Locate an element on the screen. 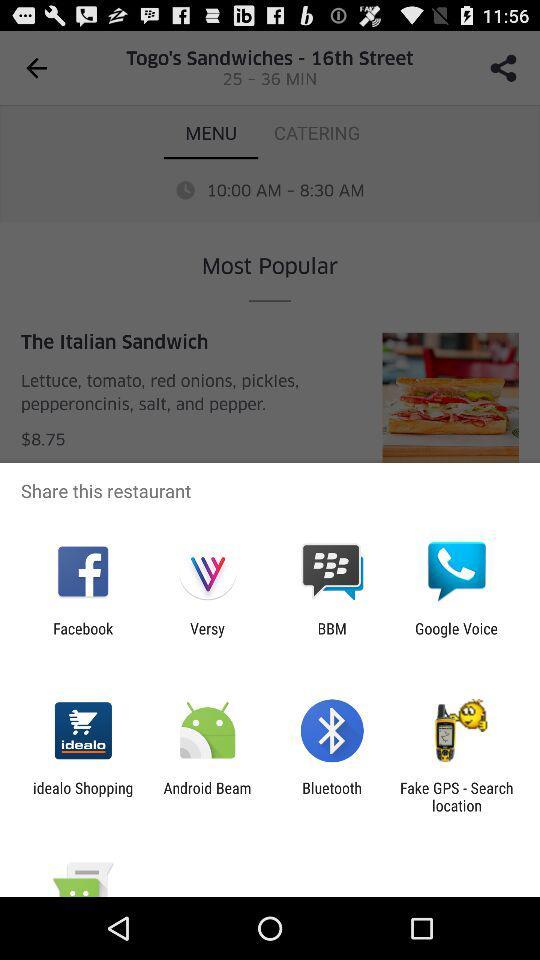 The width and height of the screenshot is (540, 960). the google voice icon is located at coordinates (456, 636).